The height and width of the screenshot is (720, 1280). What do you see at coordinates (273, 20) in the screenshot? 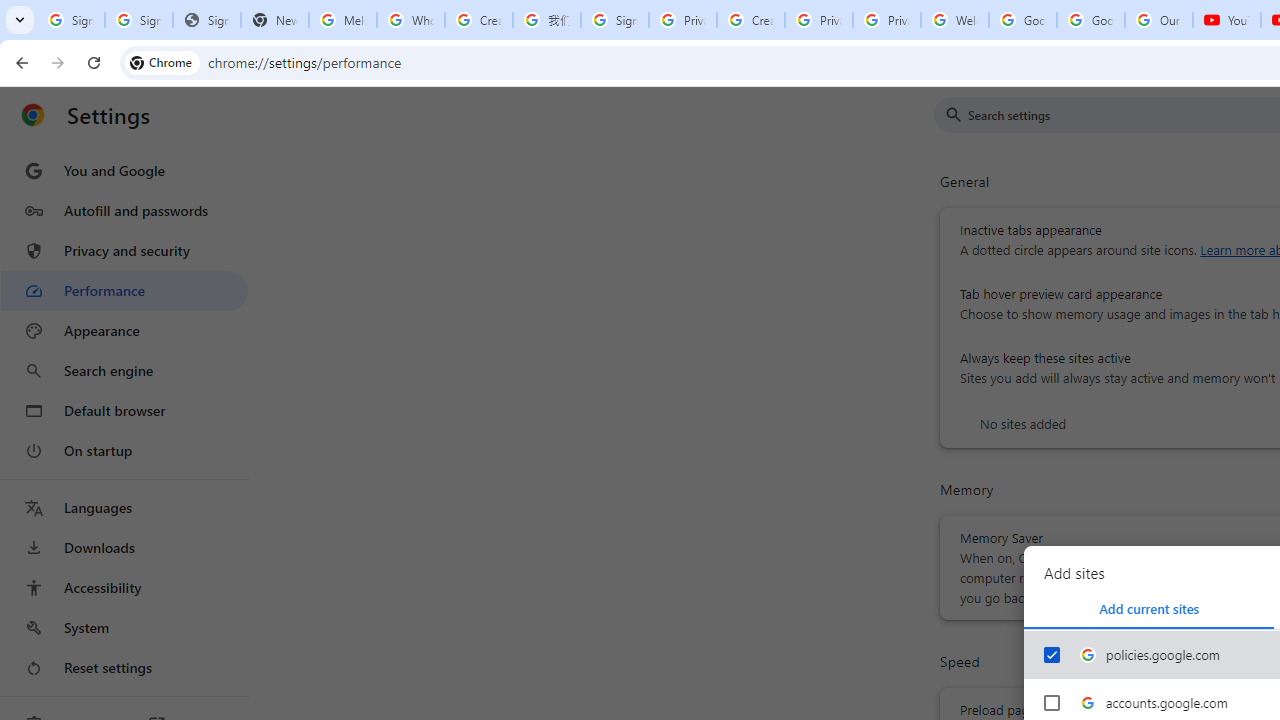
I see `'New Tab'` at bounding box center [273, 20].